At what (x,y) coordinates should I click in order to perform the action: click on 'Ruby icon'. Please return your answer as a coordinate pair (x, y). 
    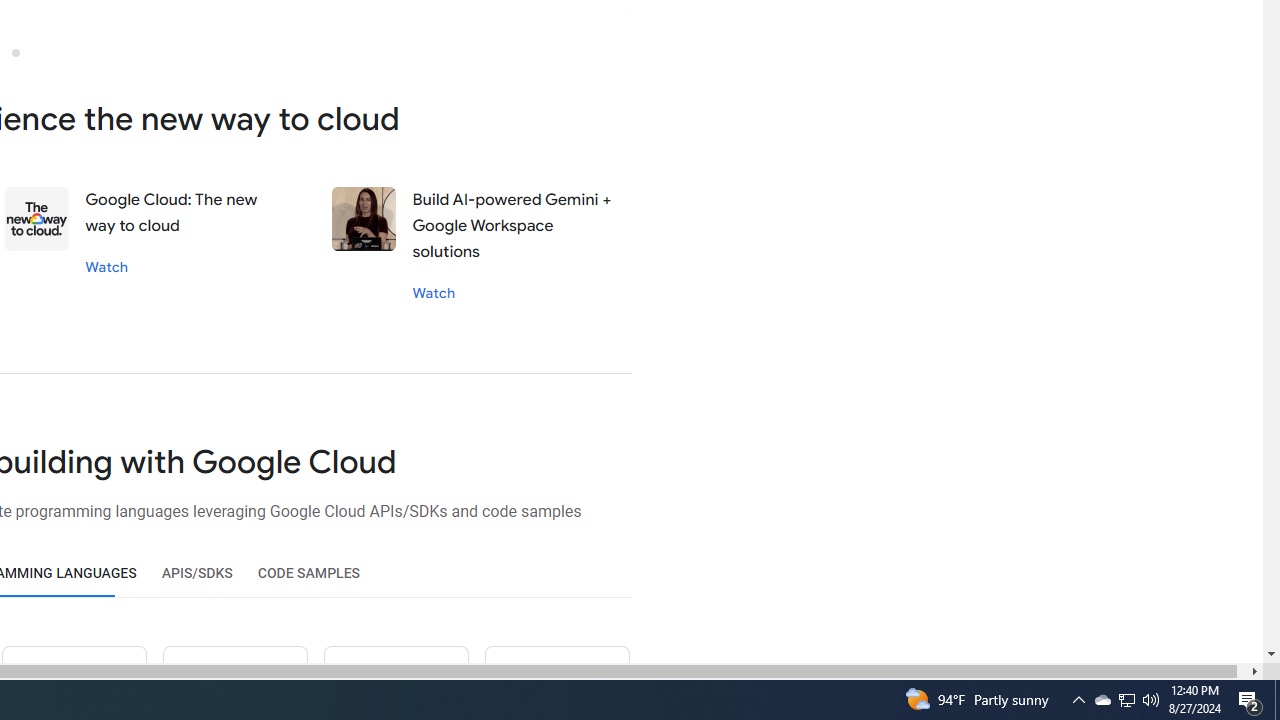
    Looking at the image, I should click on (235, 681).